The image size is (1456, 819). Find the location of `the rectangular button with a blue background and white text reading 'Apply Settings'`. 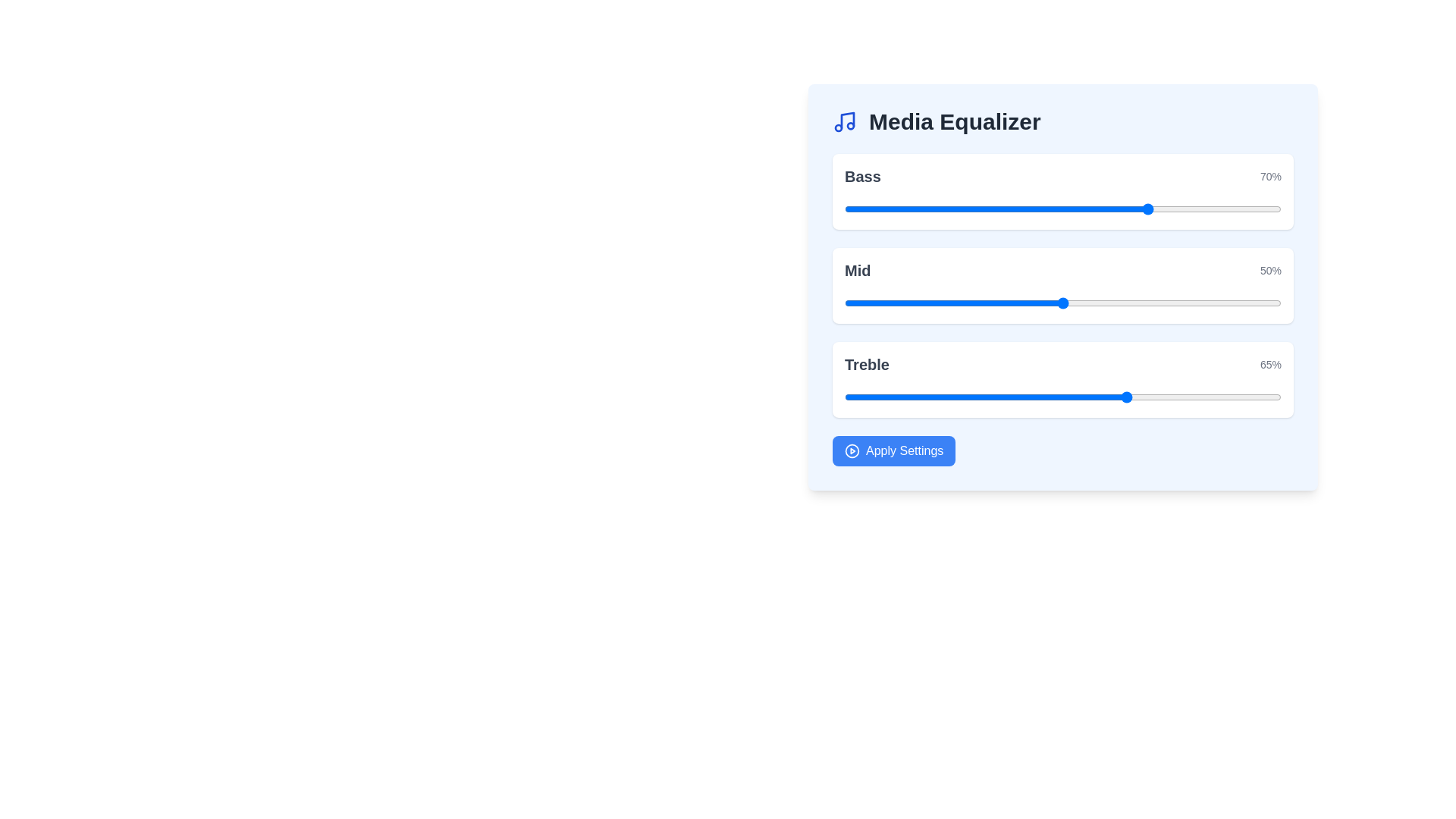

the rectangular button with a blue background and white text reading 'Apply Settings' is located at coordinates (894, 450).